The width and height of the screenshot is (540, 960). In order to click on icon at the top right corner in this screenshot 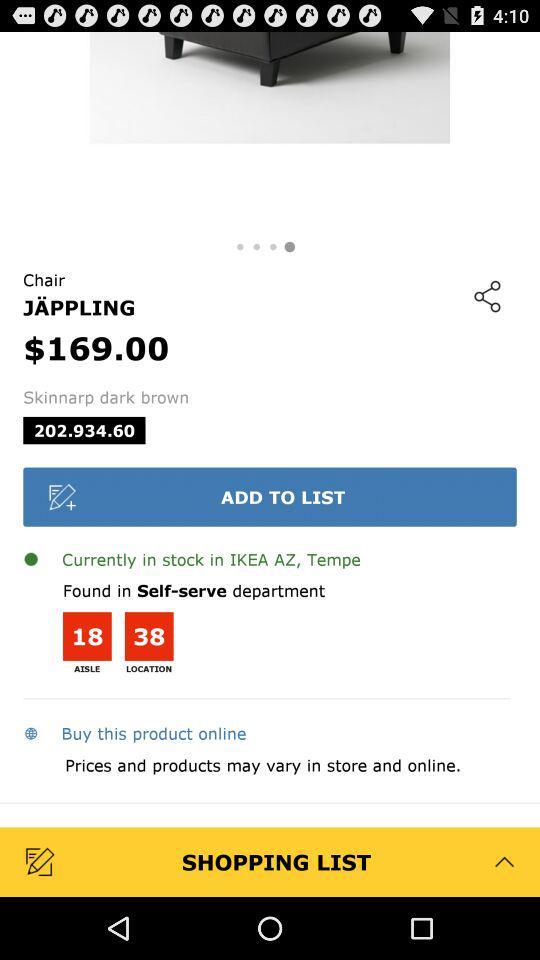, I will do `click(486, 295)`.